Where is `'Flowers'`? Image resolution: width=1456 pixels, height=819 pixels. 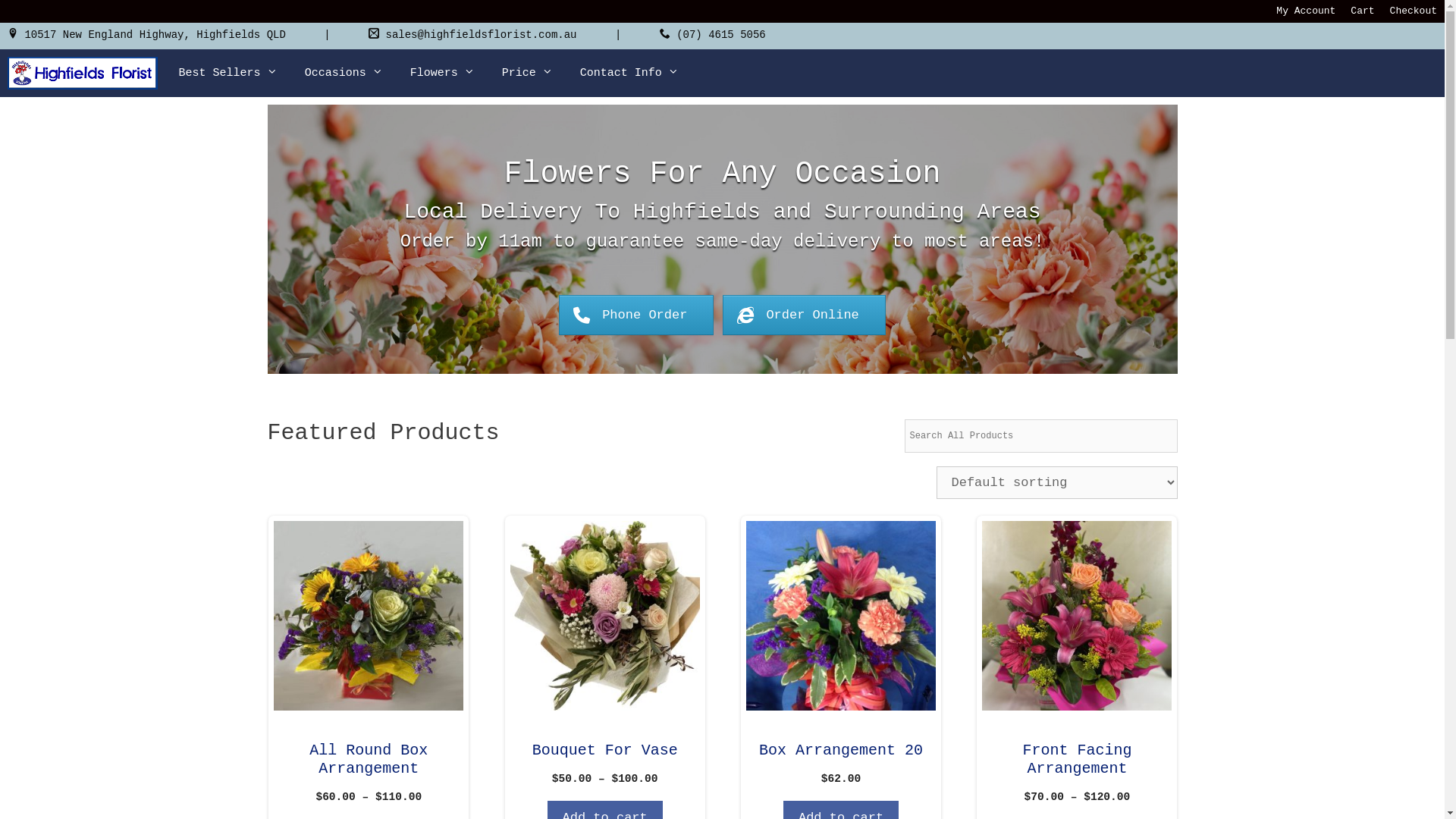
'Flowers' is located at coordinates (441, 72).